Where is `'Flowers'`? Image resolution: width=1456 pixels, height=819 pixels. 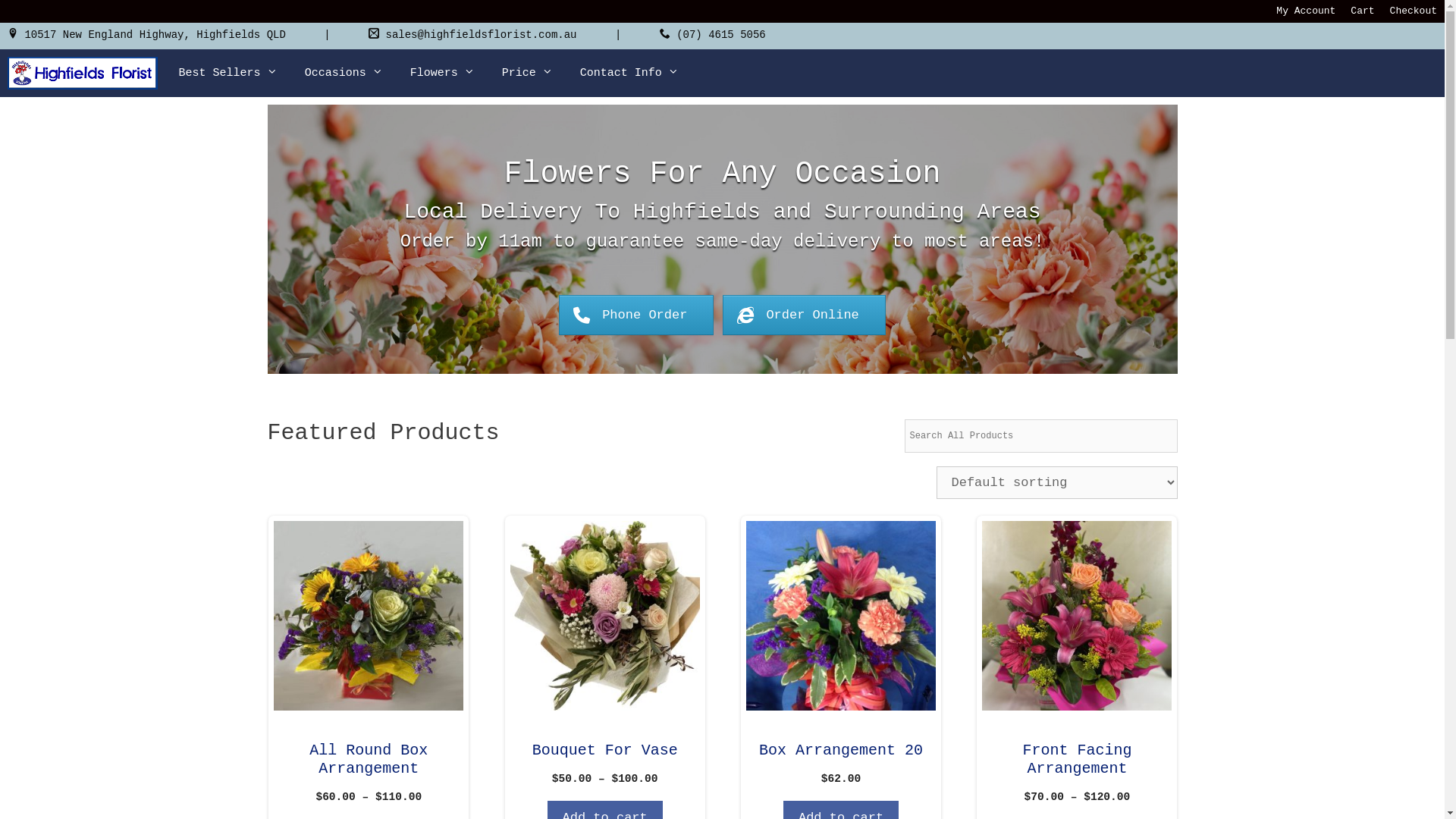
'Flowers' is located at coordinates (441, 72).